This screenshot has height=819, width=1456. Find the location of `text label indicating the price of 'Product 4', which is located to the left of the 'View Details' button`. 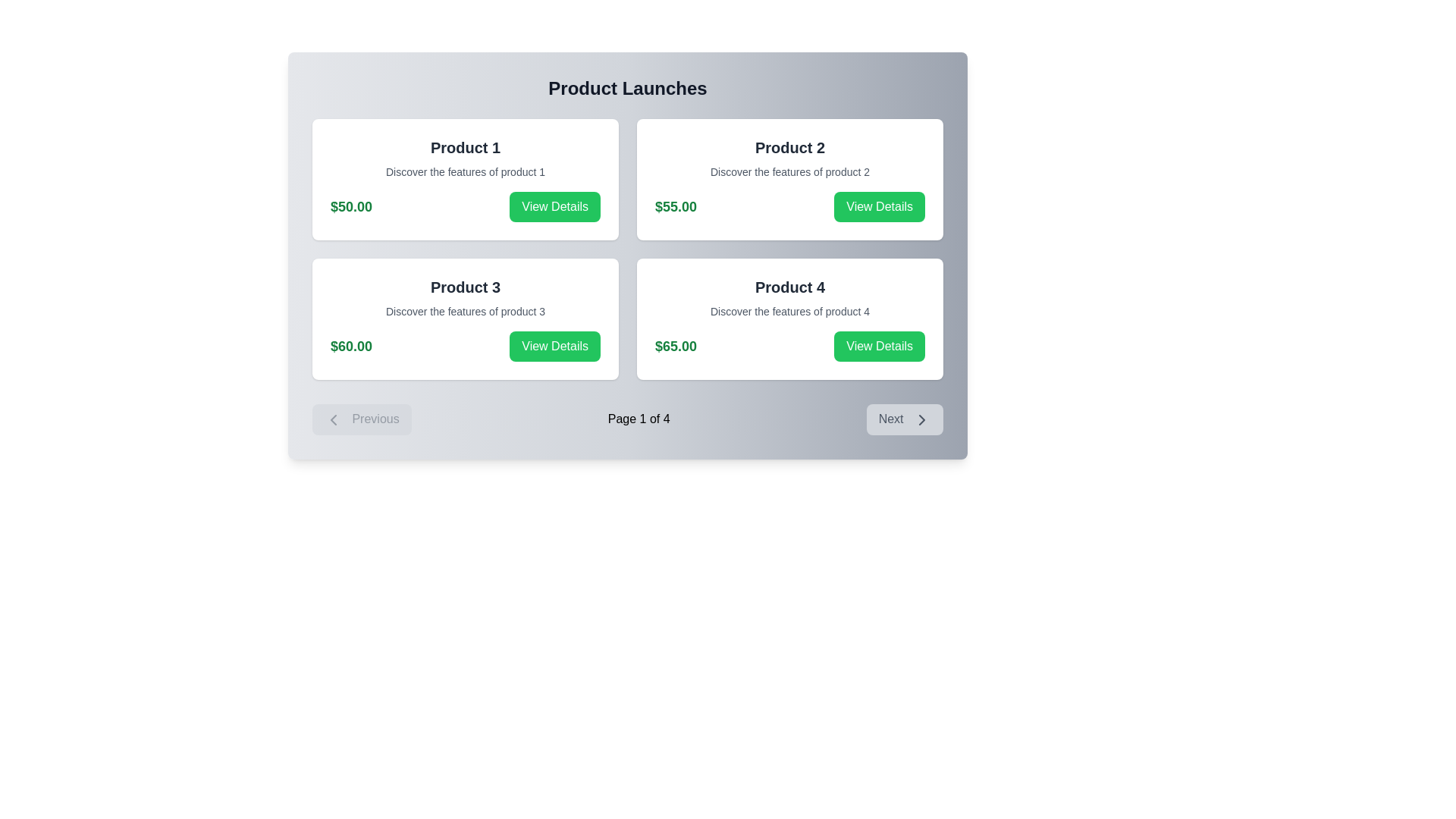

text label indicating the price of 'Product 4', which is located to the left of the 'View Details' button is located at coordinates (675, 346).